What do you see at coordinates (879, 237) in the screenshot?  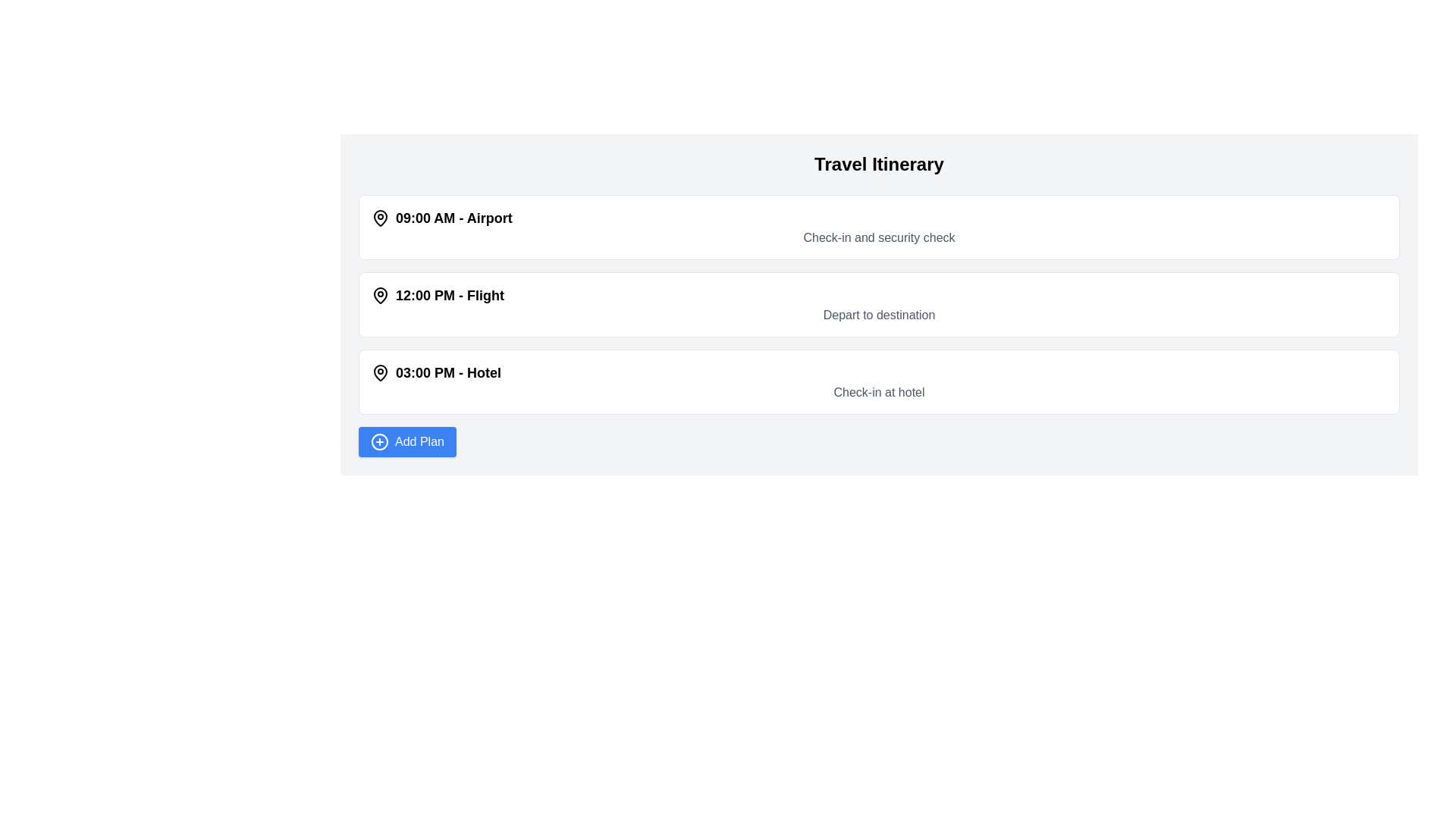 I see `the text label displaying 'Check-in and security check' located beneath the heading '09:00 AM - Airport'` at bounding box center [879, 237].